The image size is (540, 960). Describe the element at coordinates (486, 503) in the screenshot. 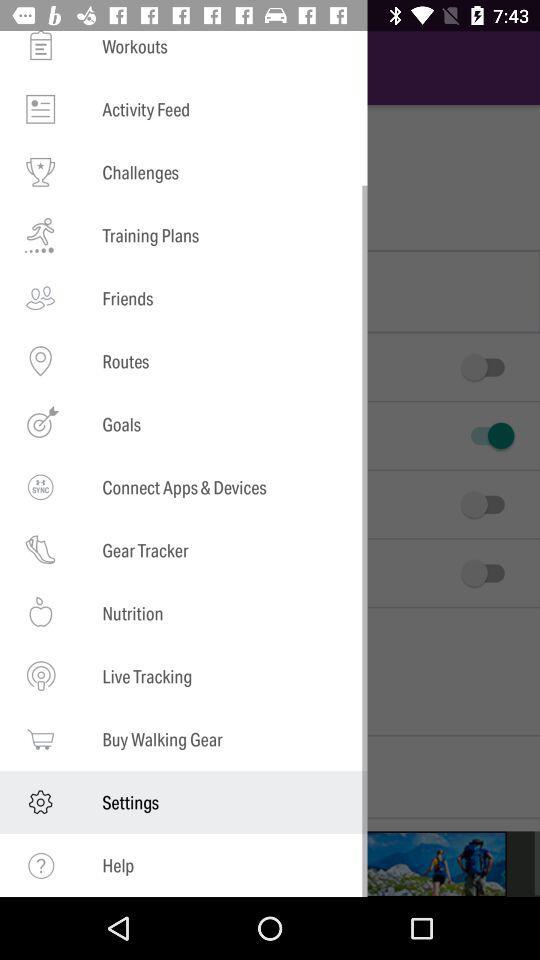

I see `third switch` at that location.